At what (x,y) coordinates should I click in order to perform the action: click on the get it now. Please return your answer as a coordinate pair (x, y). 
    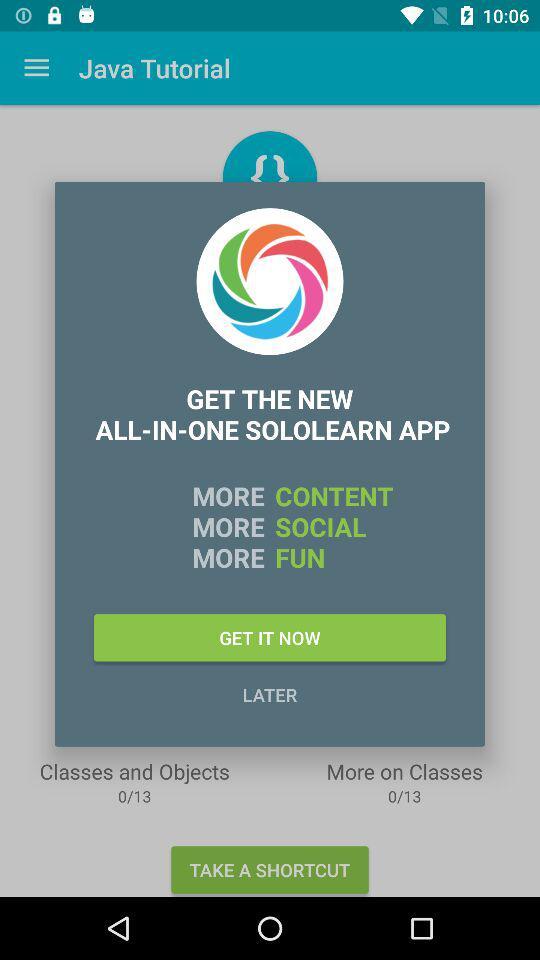
    Looking at the image, I should click on (270, 636).